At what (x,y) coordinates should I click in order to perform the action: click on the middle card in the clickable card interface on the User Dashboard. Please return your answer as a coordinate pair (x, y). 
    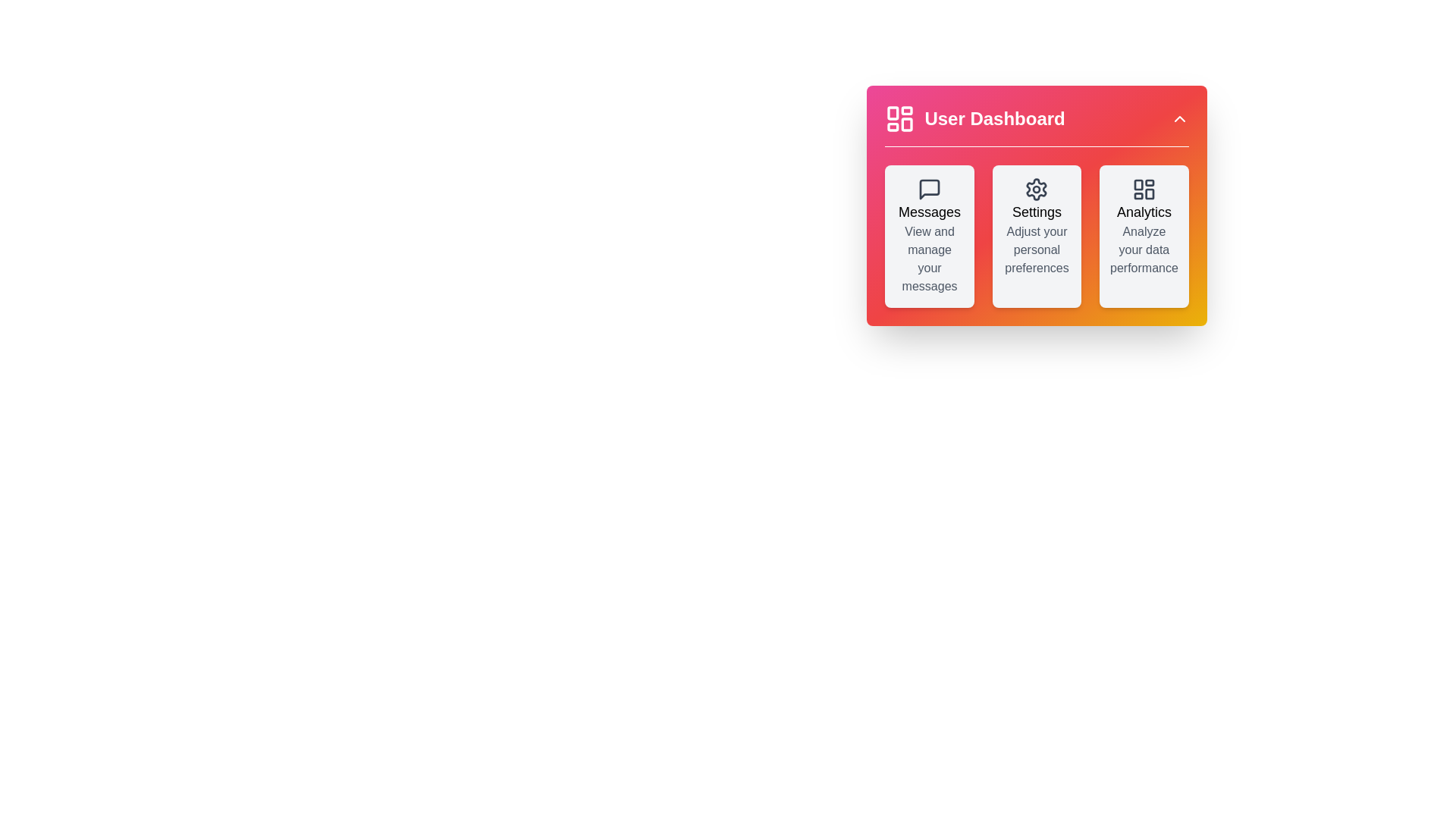
    Looking at the image, I should click on (1036, 237).